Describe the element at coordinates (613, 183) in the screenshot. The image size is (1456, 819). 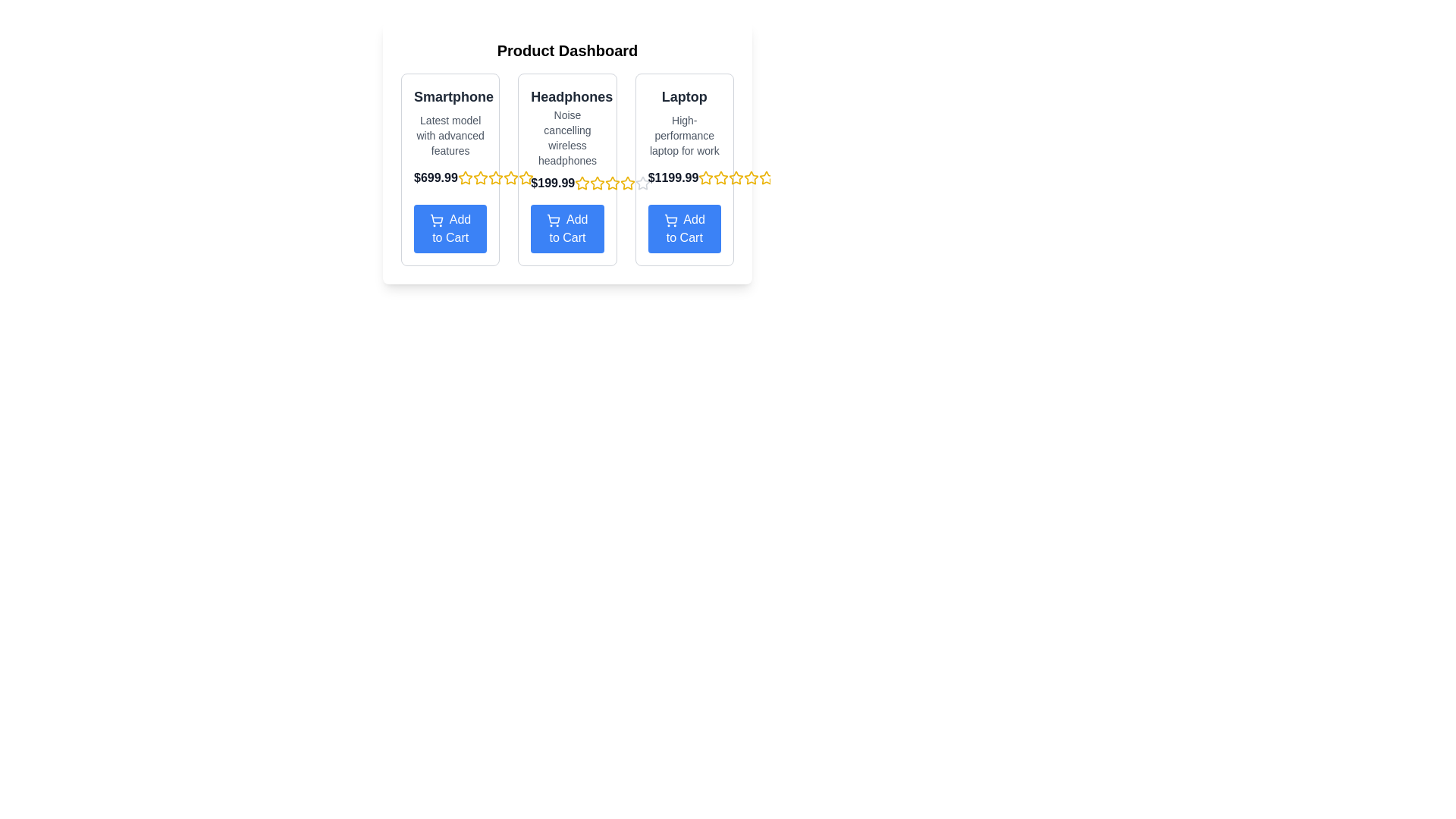
I see `the fourth golden star icon for rating located below the price and above the 'Add to Cart' button in the 'Headphones' product card` at that location.